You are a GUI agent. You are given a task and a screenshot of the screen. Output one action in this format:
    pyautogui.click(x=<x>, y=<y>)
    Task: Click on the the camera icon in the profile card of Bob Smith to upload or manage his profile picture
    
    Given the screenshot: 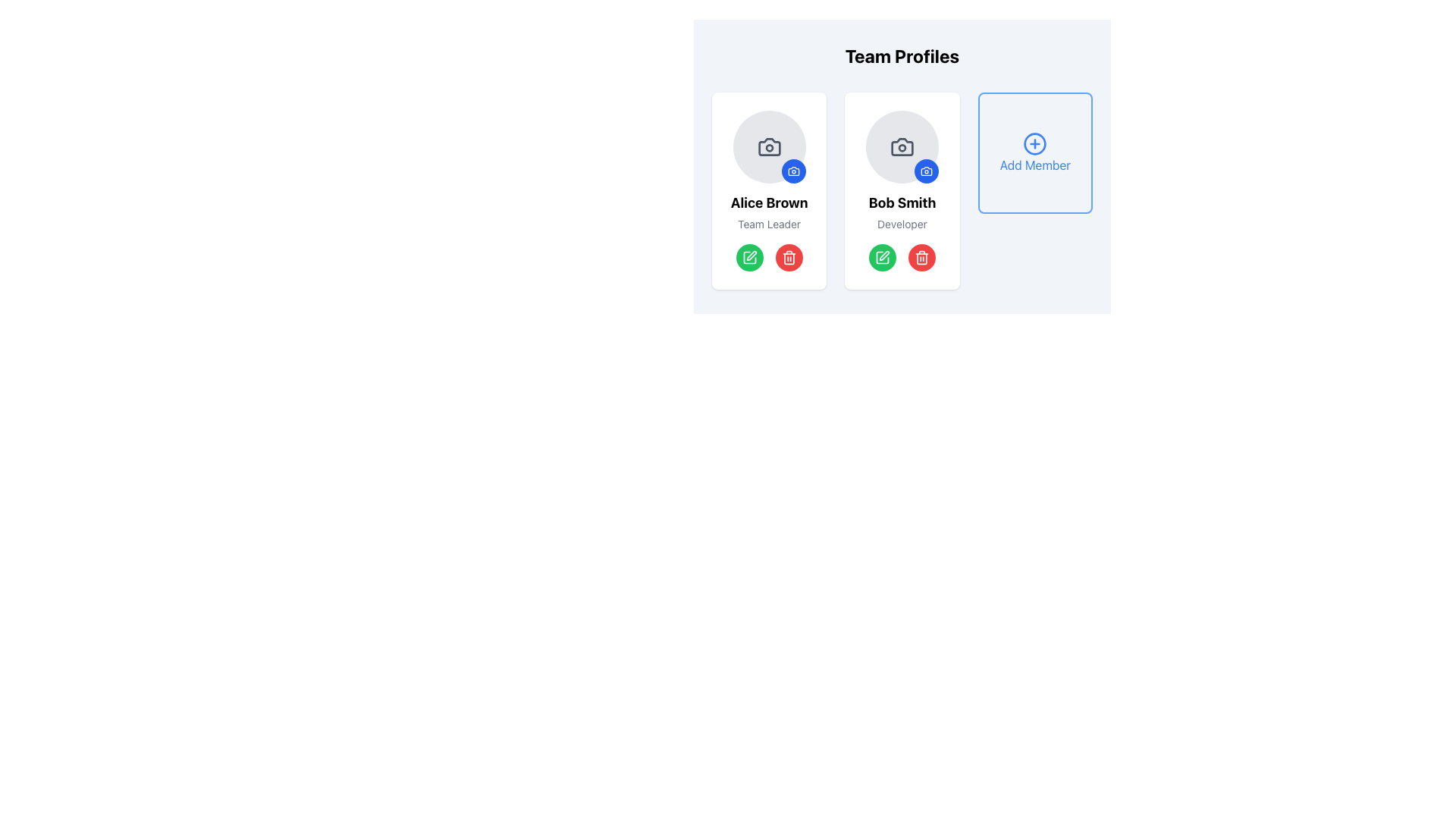 What is the action you would take?
    pyautogui.click(x=925, y=171)
    